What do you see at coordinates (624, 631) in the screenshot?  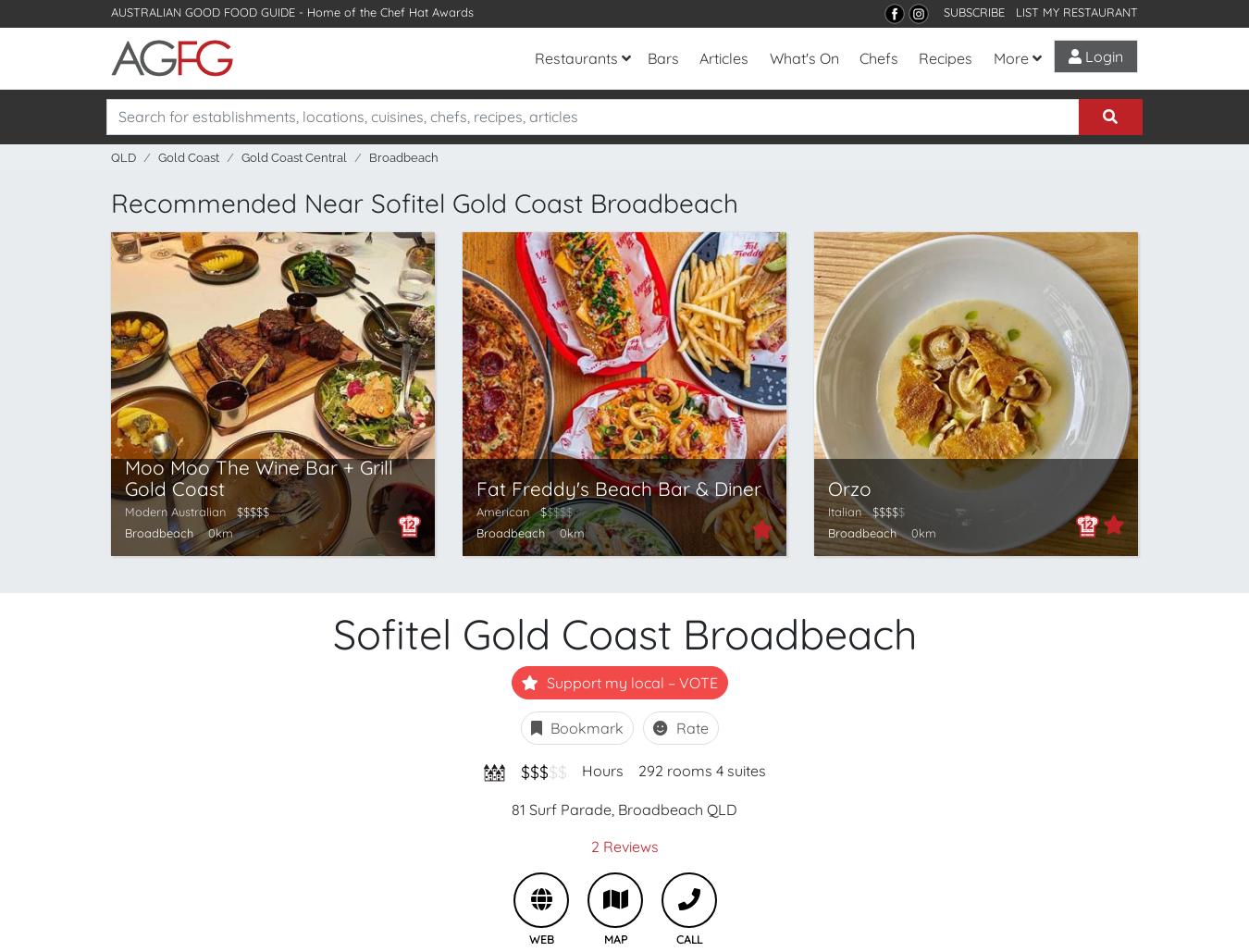 I see `'Sofitel Gold Coast Broadbeach'` at bounding box center [624, 631].